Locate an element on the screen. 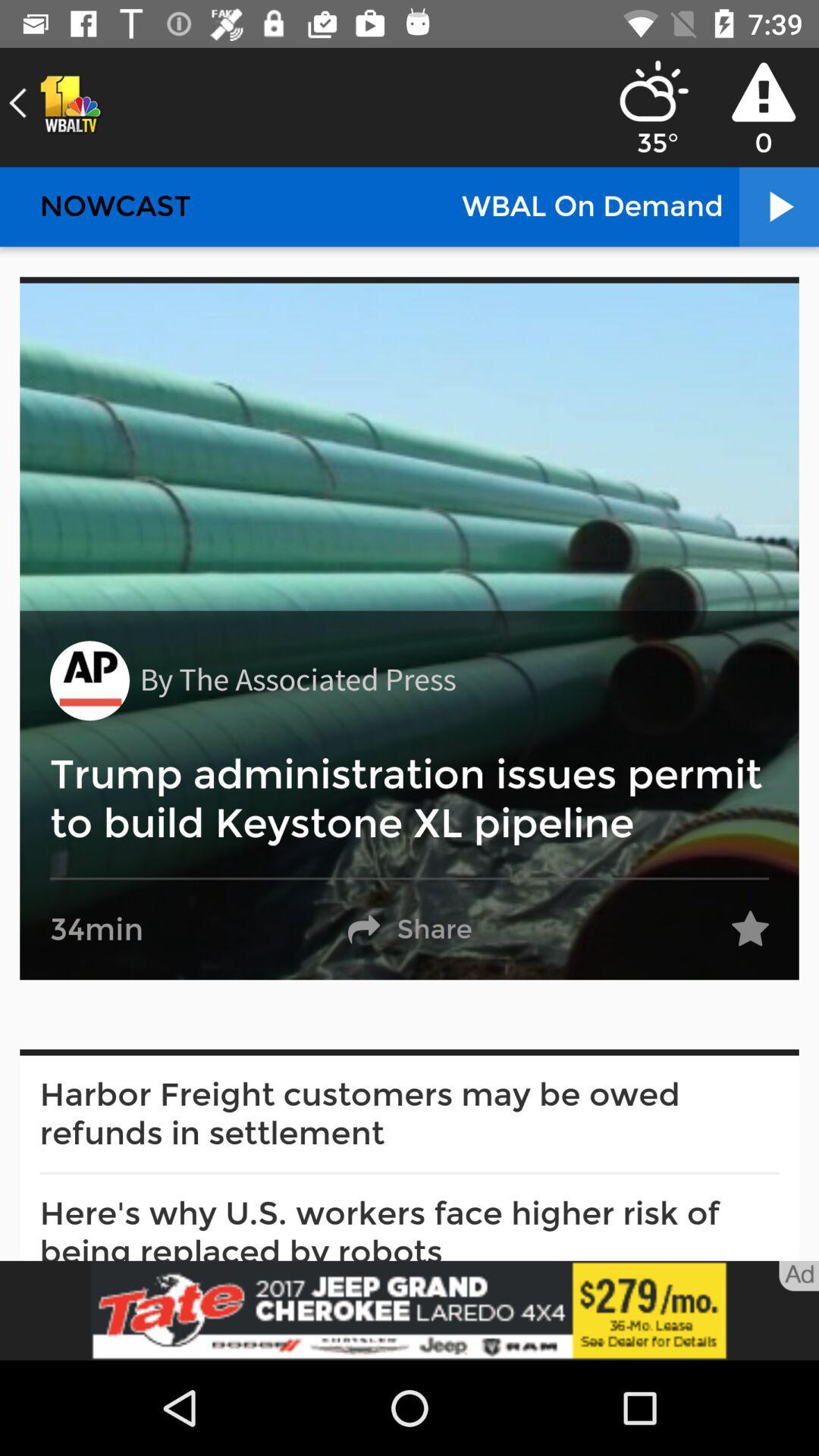 The height and width of the screenshot is (1456, 819). advertisement is located at coordinates (409, 1310).